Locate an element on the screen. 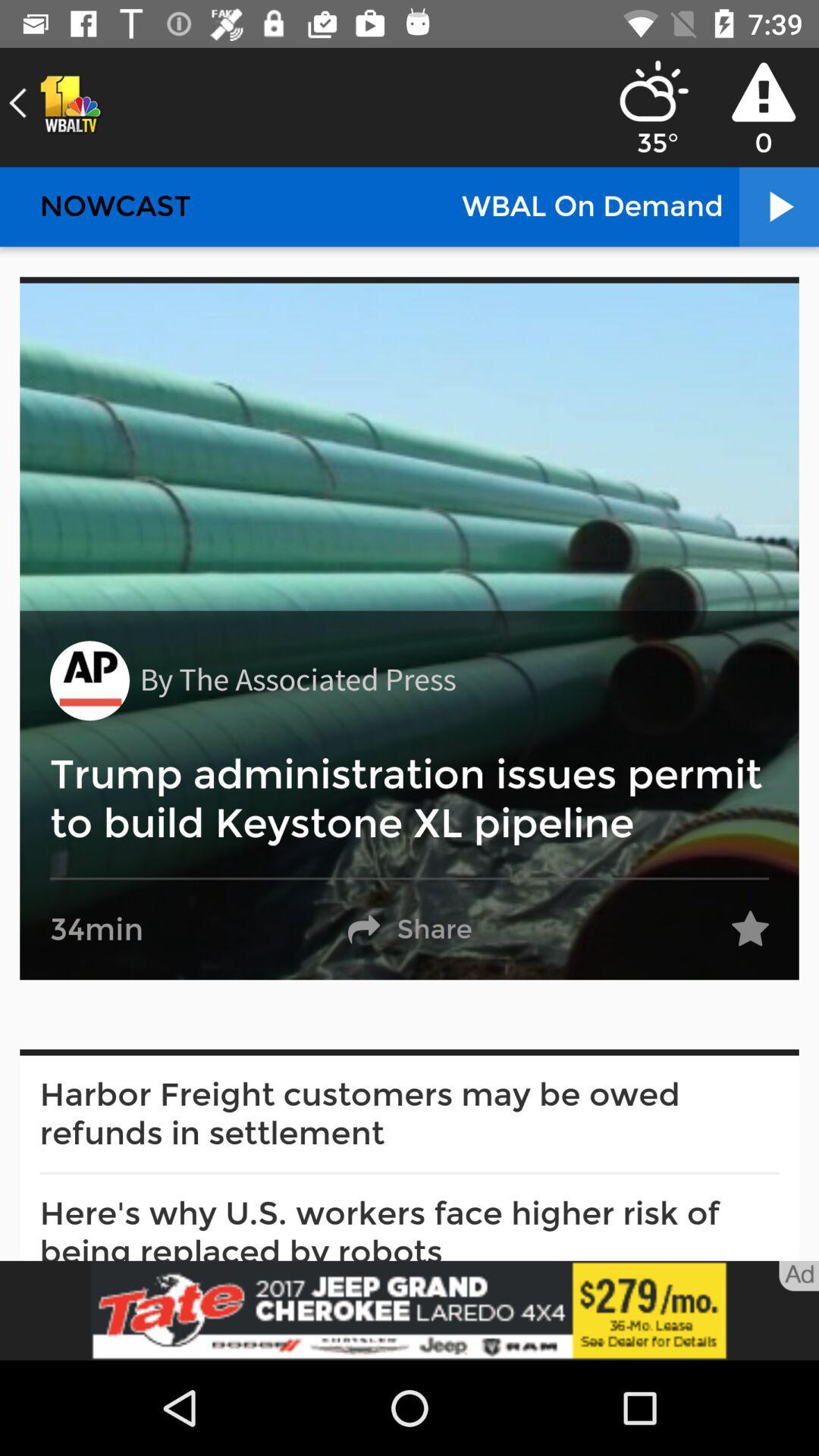 The height and width of the screenshot is (1456, 819). advertisement is located at coordinates (409, 1310).